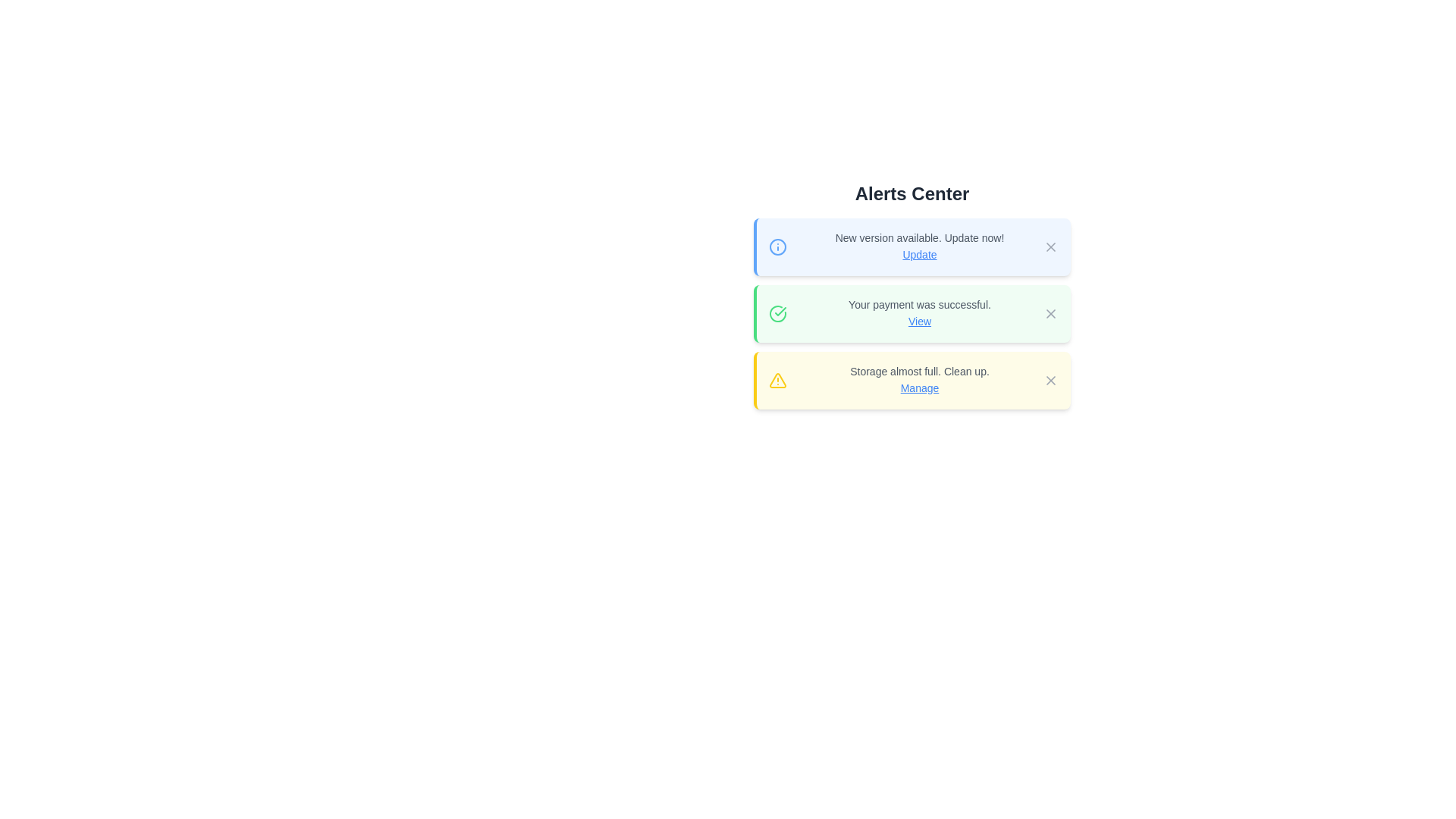 The height and width of the screenshot is (819, 1456). What do you see at coordinates (1050, 246) in the screenshot?
I see `the dismissal button located at the top-right corner of the first notification card` at bounding box center [1050, 246].